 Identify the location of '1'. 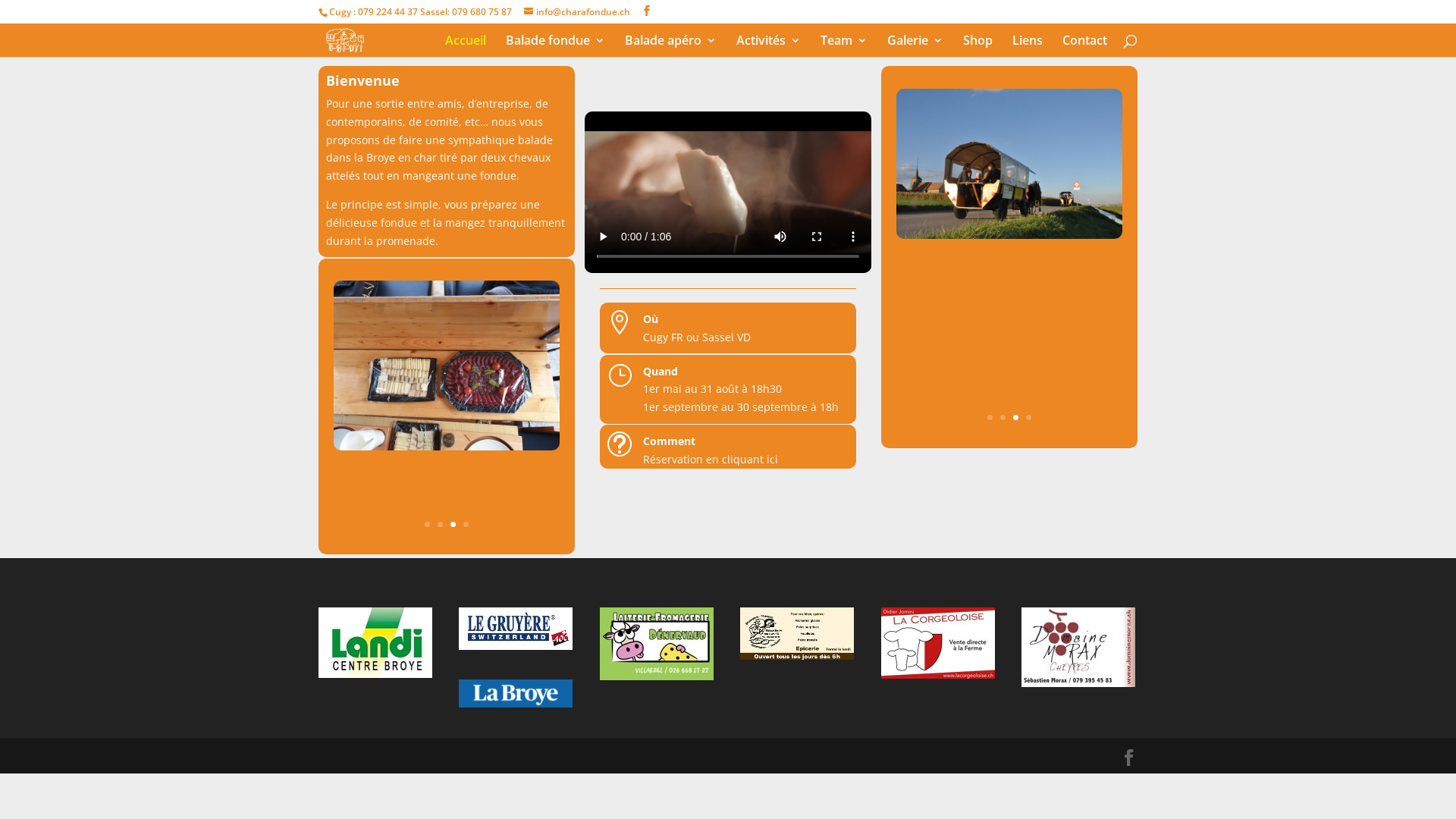
(990, 417).